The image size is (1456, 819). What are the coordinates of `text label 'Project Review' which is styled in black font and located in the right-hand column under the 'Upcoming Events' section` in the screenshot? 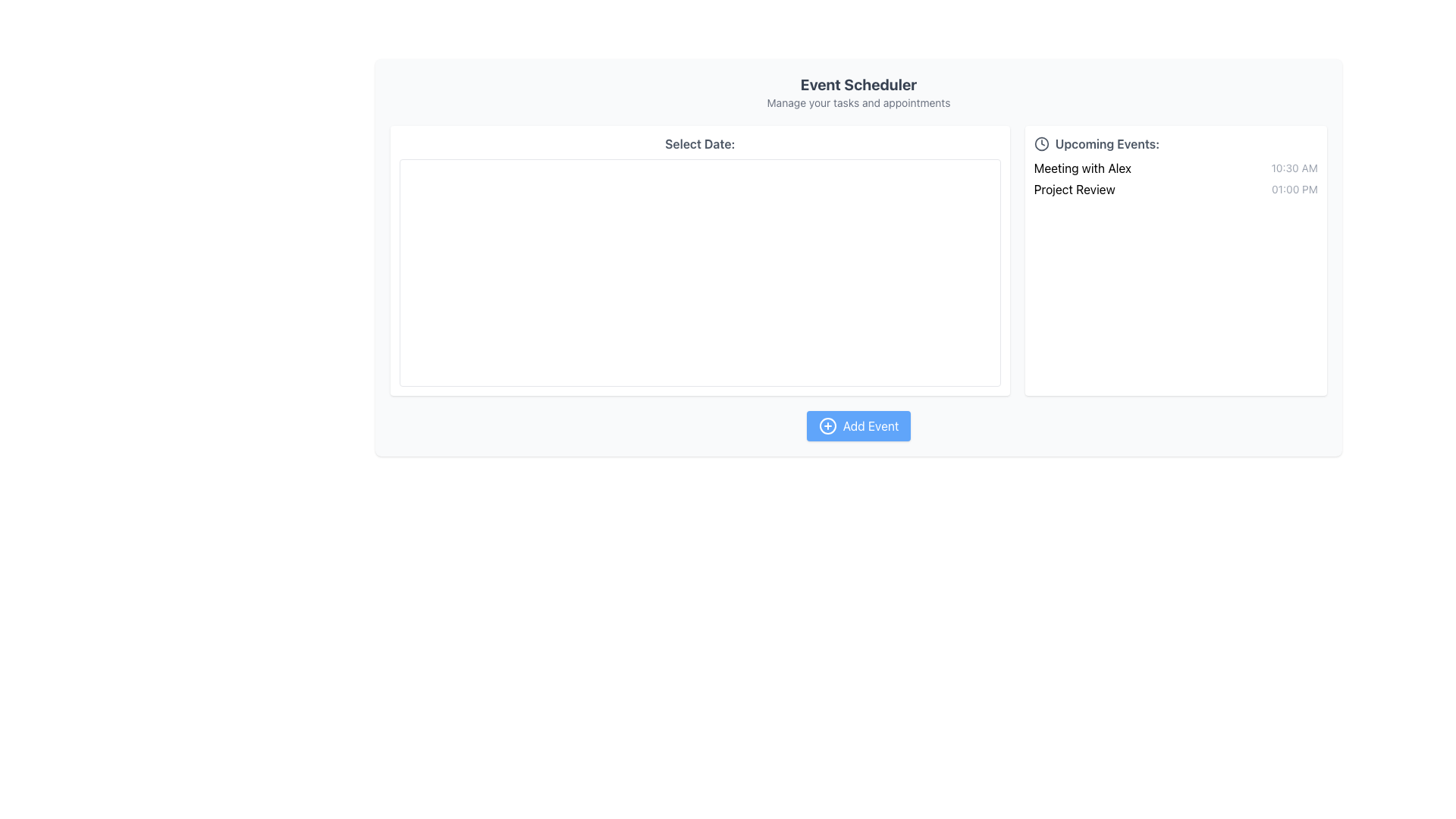 It's located at (1074, 189).